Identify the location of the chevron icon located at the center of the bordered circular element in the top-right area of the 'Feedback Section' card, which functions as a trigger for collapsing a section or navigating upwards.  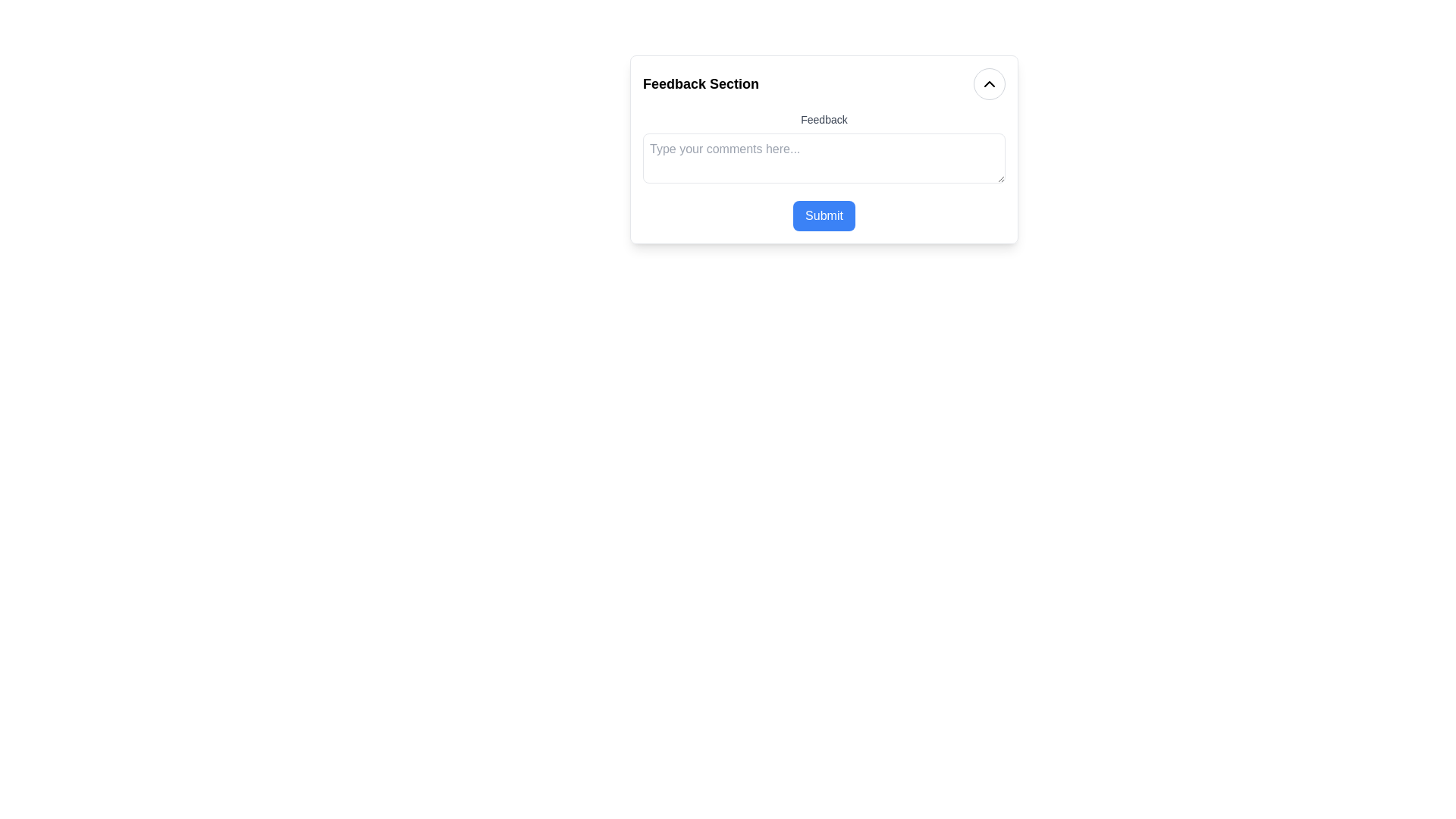
(990, 84).